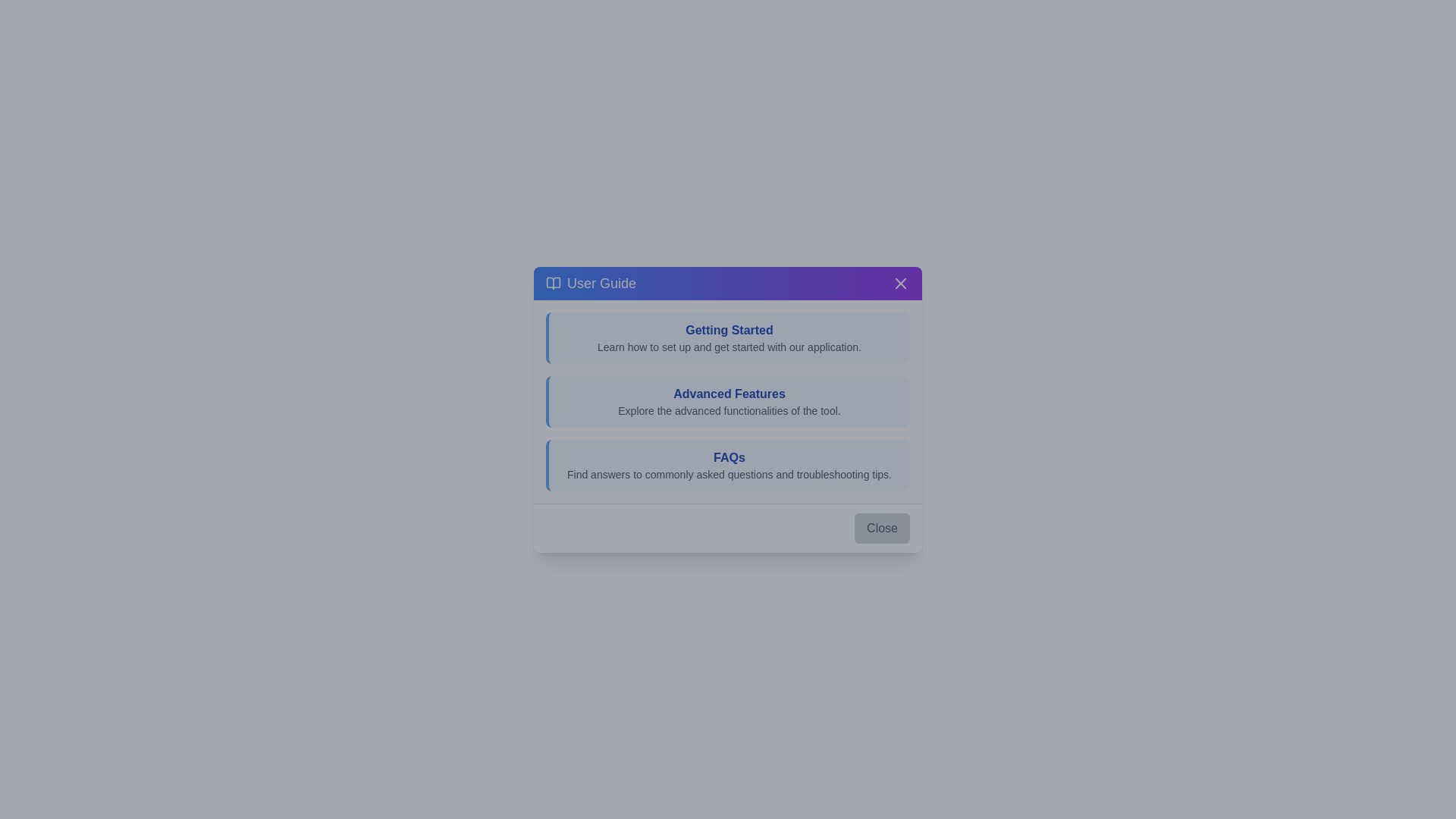 The width and height of the screenshot is (1456, 819). I want to click on the text element that provides additional descriptive information about the 'Advanced Features' section, located beneath the bold text within a highlighted section with a blue border, so click(729, 409).